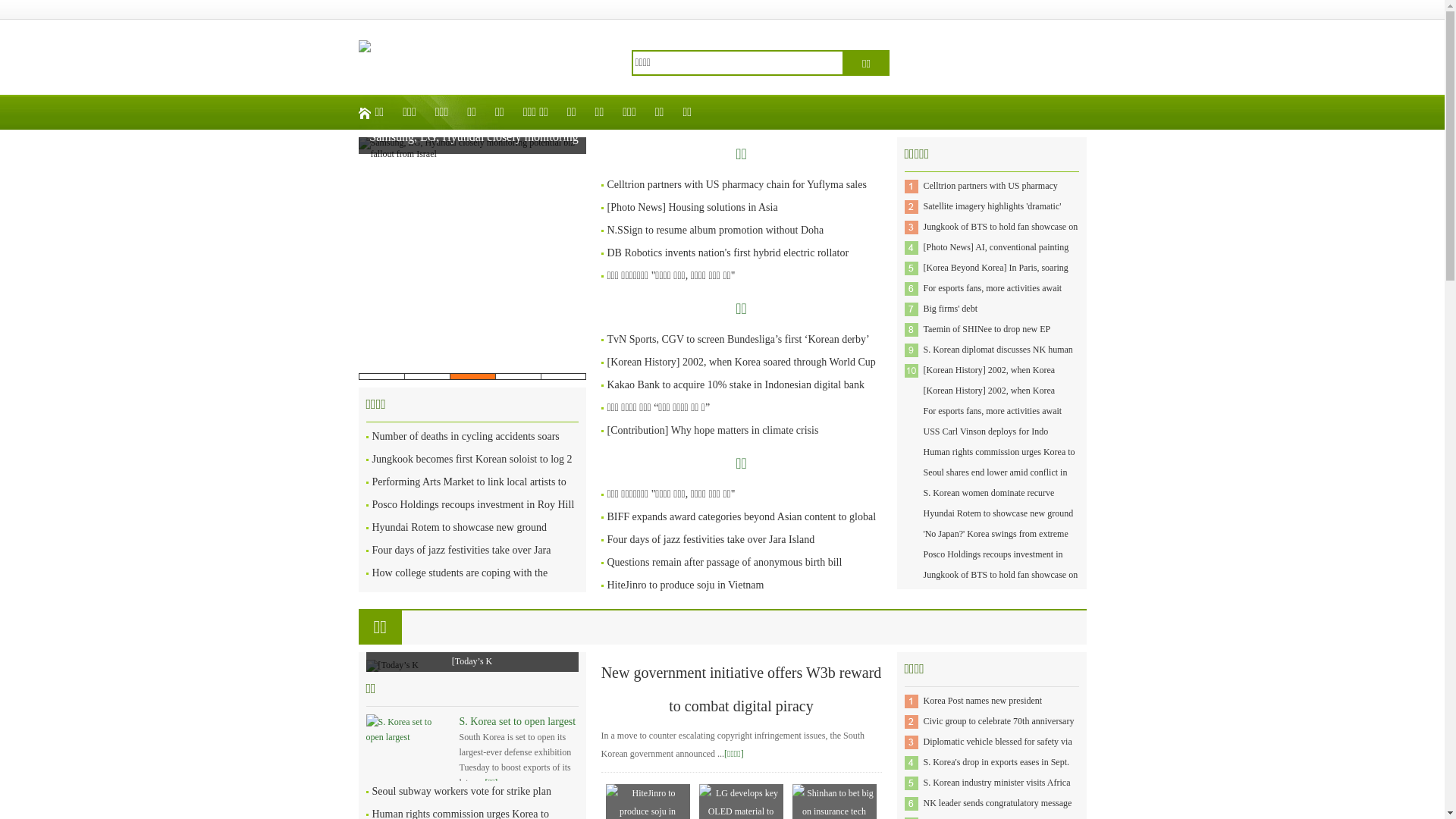 The image size is (1456, 819). I want to click on 'How college students are coping with the impact of inflation', so click(458, 582).